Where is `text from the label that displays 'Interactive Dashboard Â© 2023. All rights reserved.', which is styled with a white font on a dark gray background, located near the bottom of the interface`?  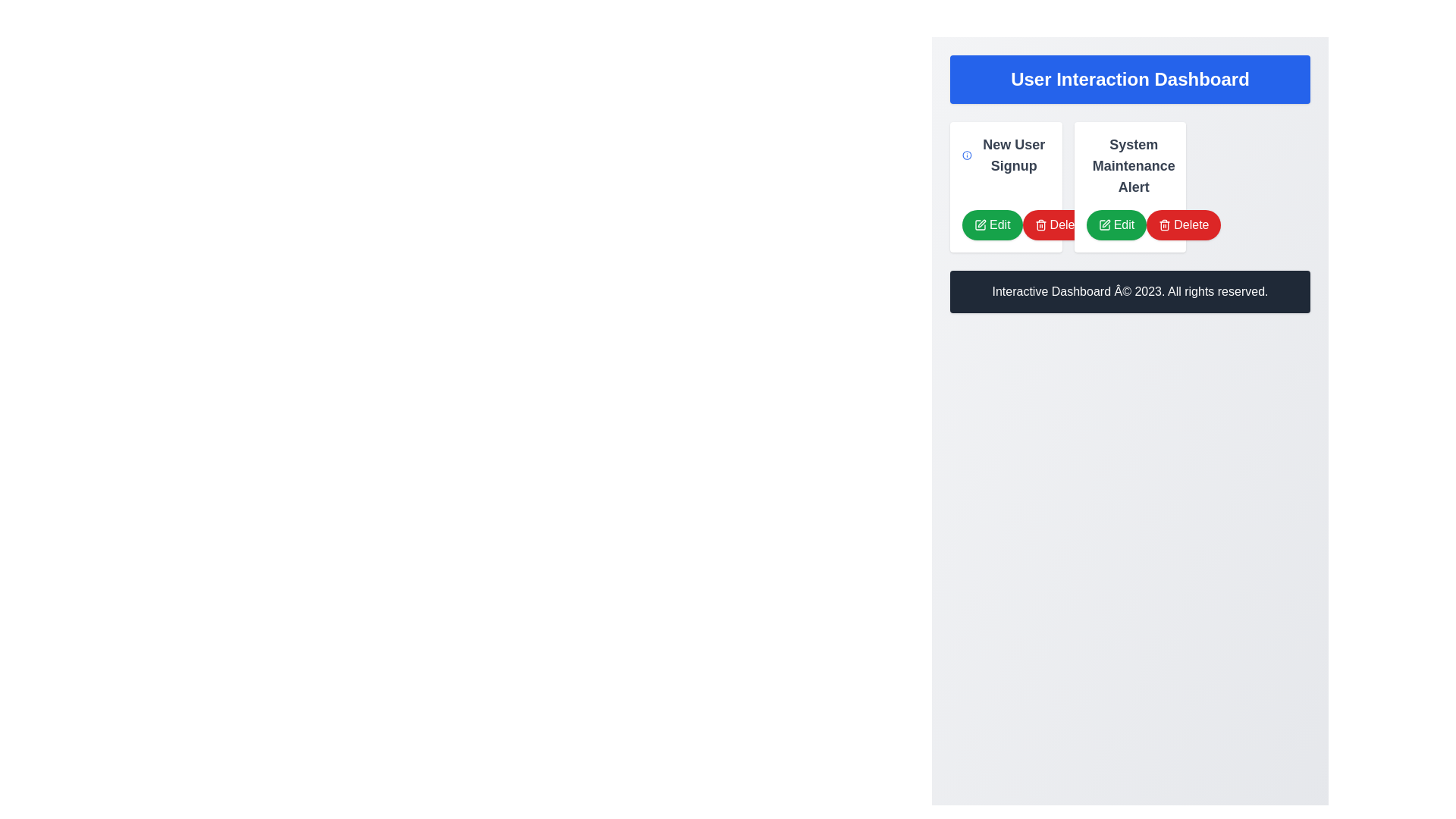 text from the label that displays 'Interactive Dashboard Â© 2023. All rights reserved.', which is styled with a white font on a dark gray background, located near the bottom of the interface is located at coordinates (1130, 292).